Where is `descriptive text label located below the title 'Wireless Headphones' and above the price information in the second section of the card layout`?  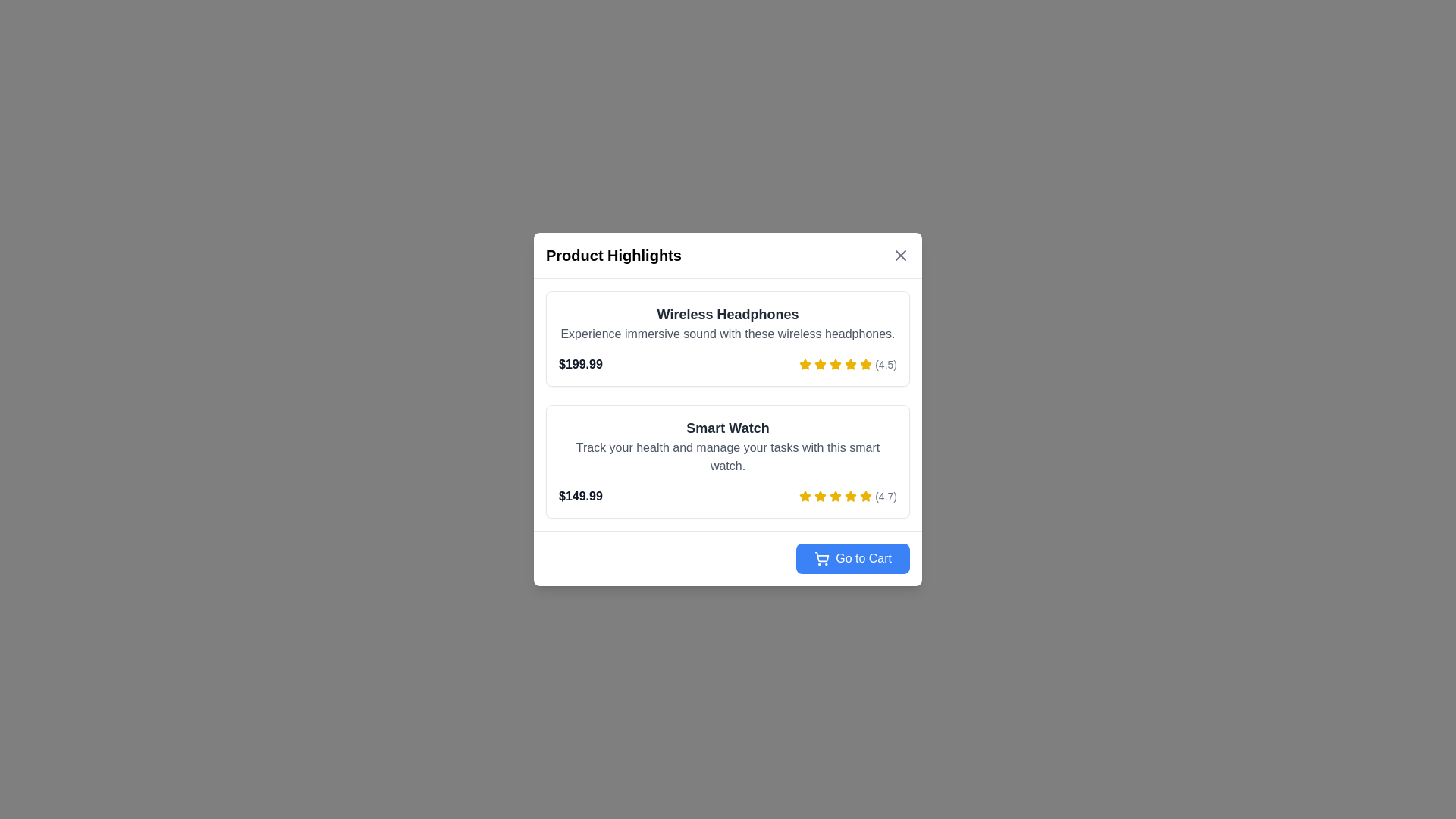 descriptive text label located below the title 'Wireless Headphones' and above the price information in the second section of the card layout is located at coordinates (728, 333).